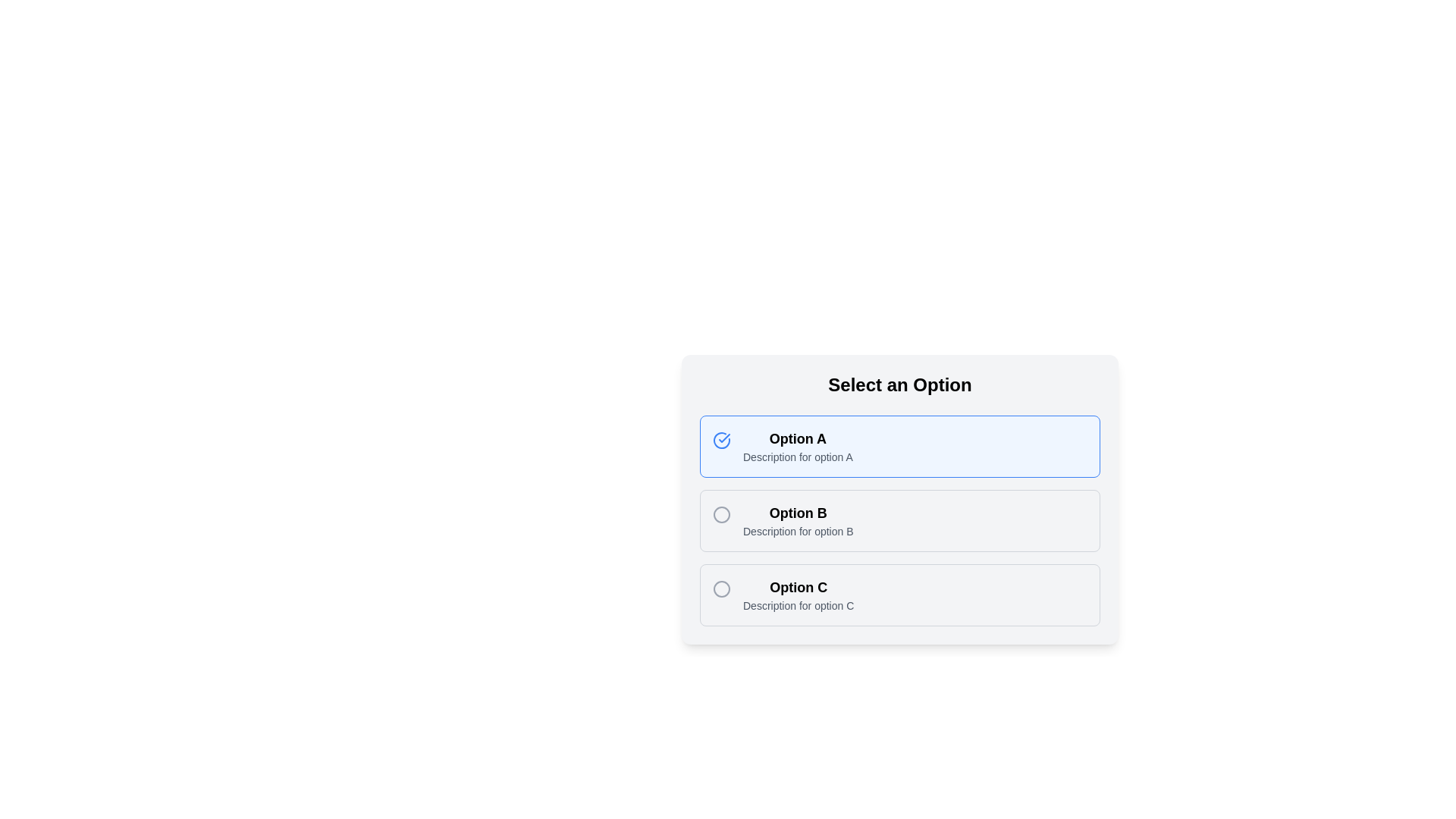 Image resolution: width=1456 pixels, height=819 pixels. Describe the element at coordinates (798, 595) in the screenshot. I see `the third list item labeled 'Option C'` at that location.